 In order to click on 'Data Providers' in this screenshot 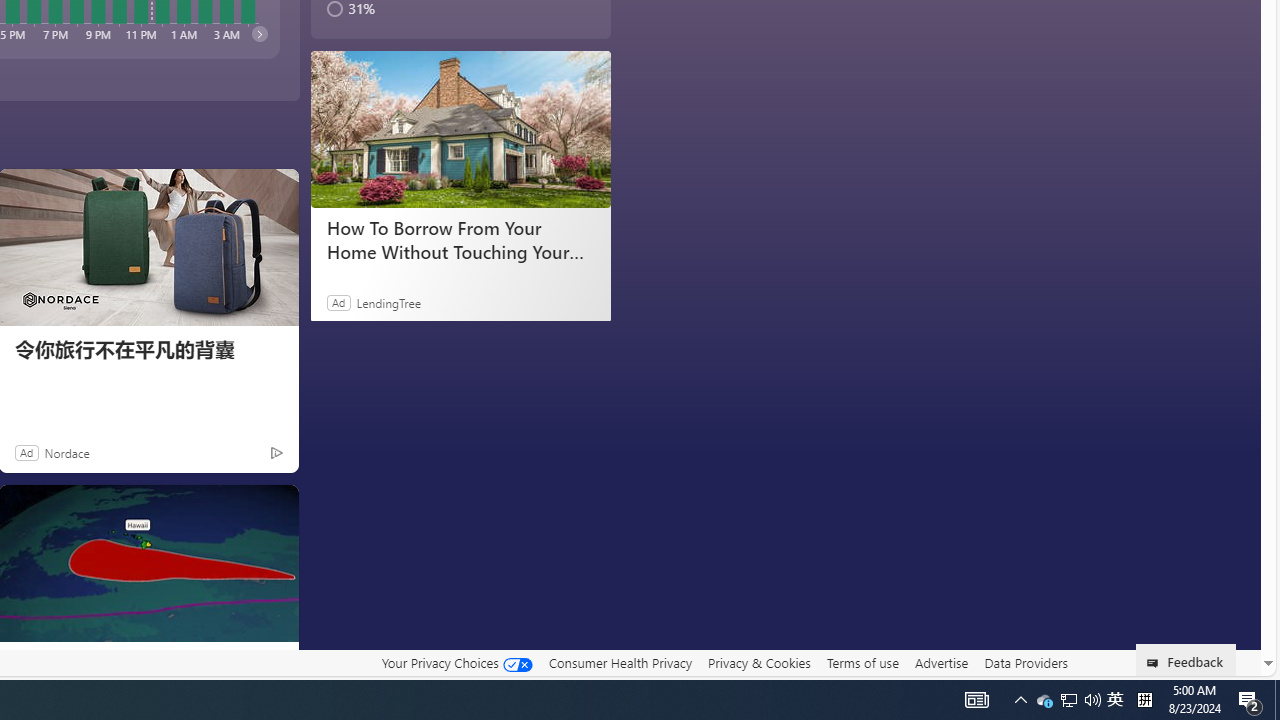, I will do `click(1025, 662)`.